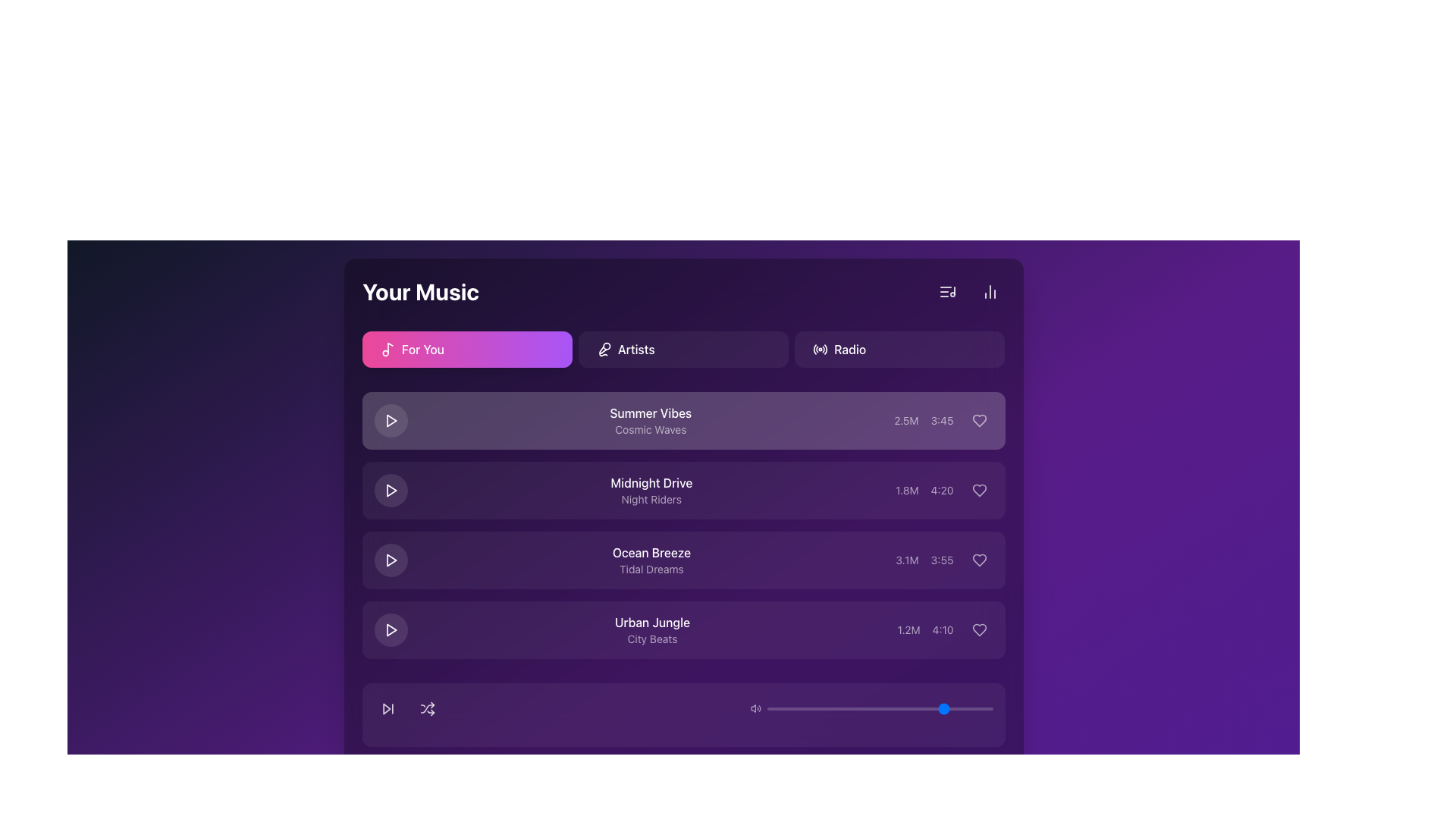 Image resolution: width=1456 pixels, height=819 pixels. I want to click on the list item titled 'Ocean Breeze' with a purple background, so click(682, 560).